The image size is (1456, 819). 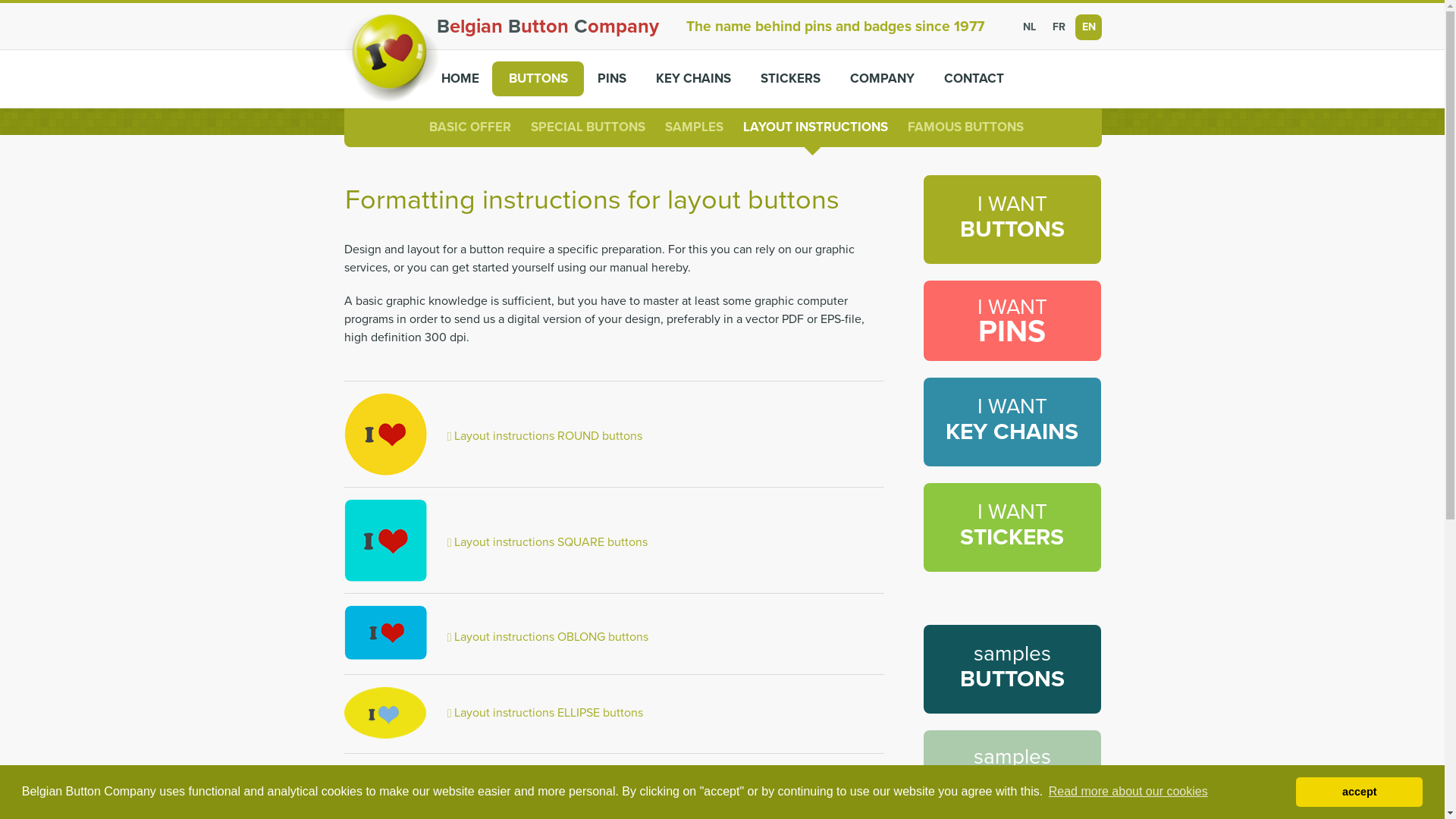 What do you see at coordinates (1012, 668) in the screenshot?
I see `'samples` at bounding box center [1012, 668].